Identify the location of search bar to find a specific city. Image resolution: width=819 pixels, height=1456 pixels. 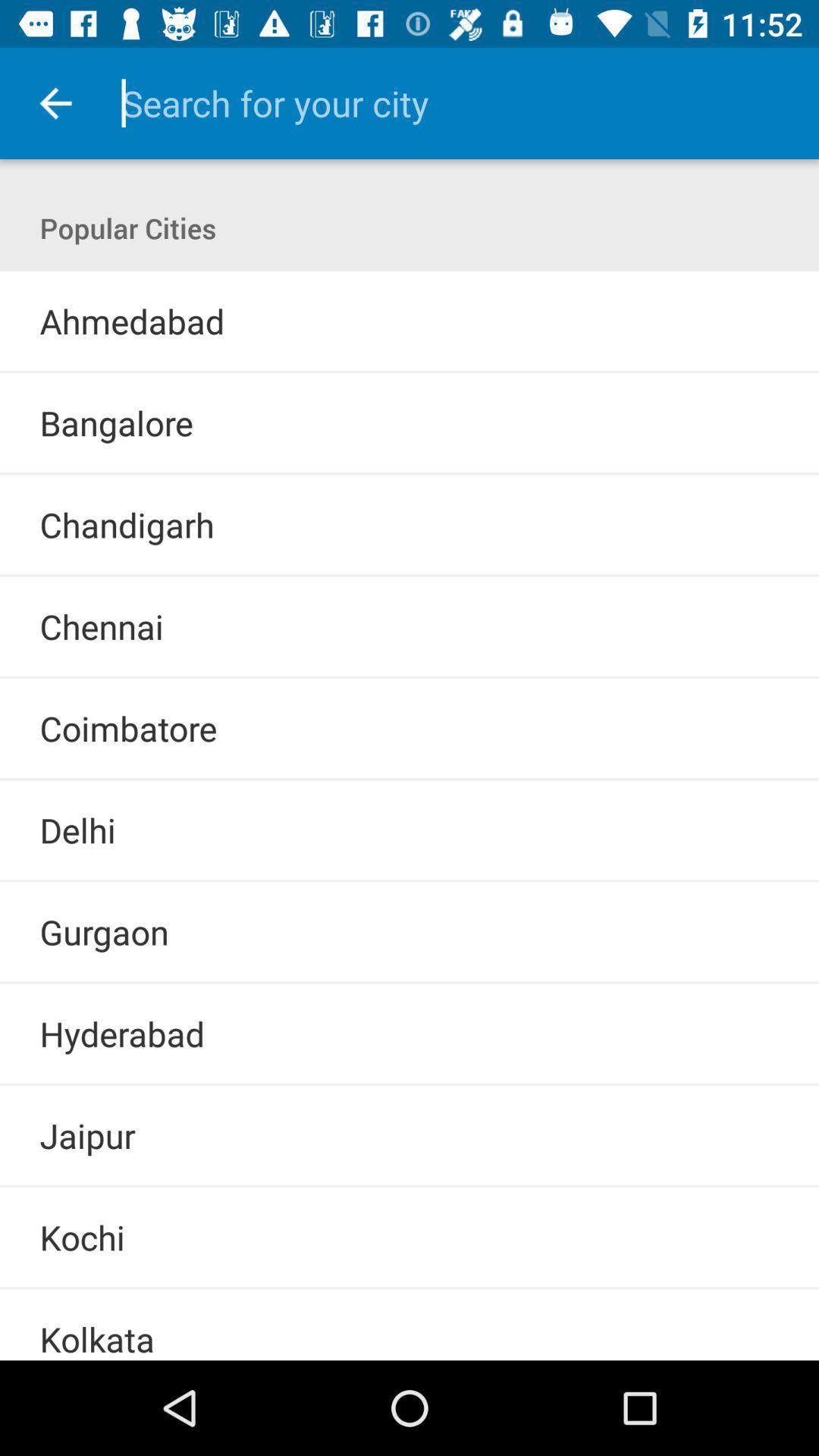
(448, 102).